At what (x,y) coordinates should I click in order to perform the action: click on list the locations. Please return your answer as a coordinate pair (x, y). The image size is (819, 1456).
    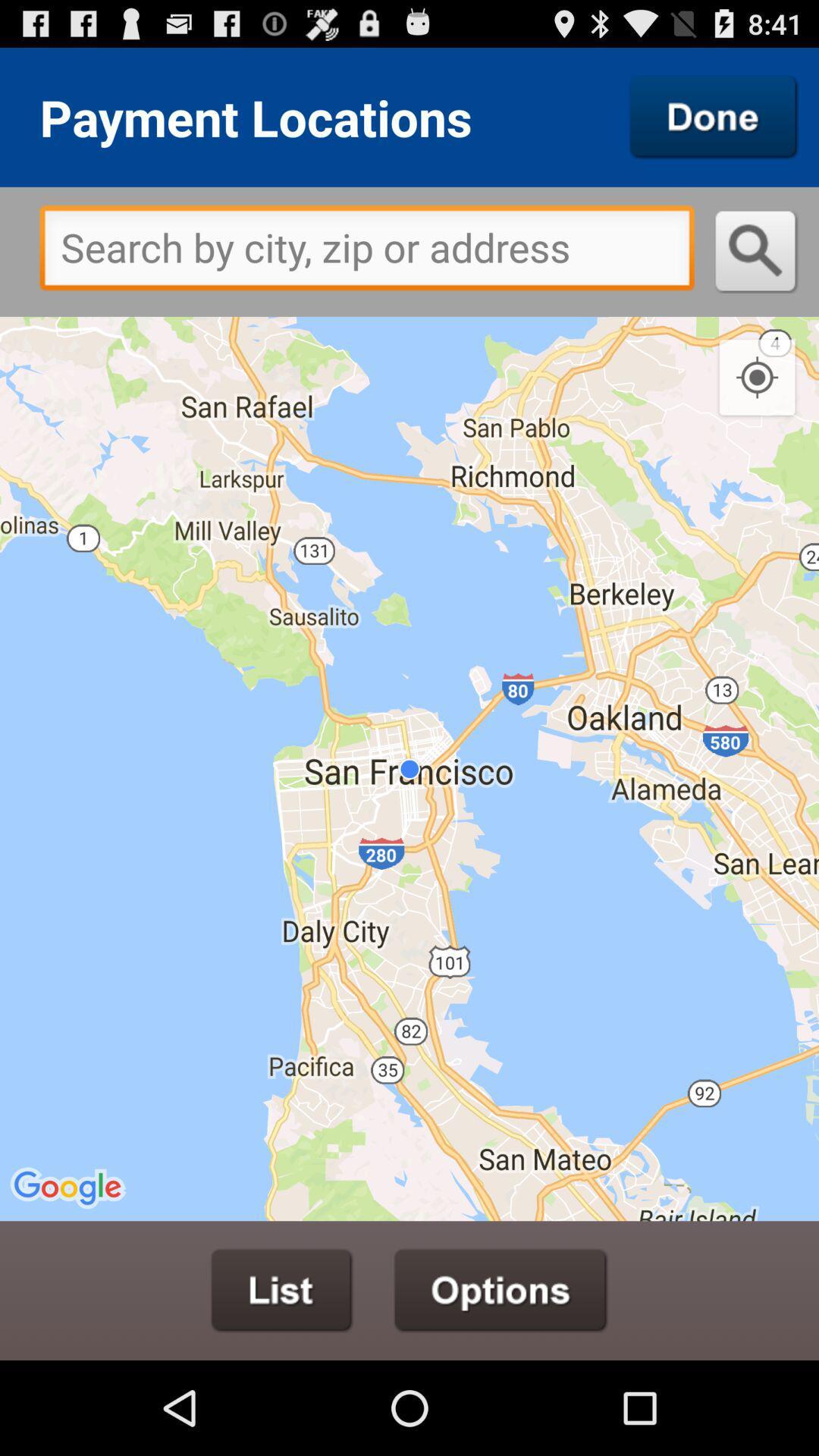
    Looking at the image, I should click on (281, 1290).